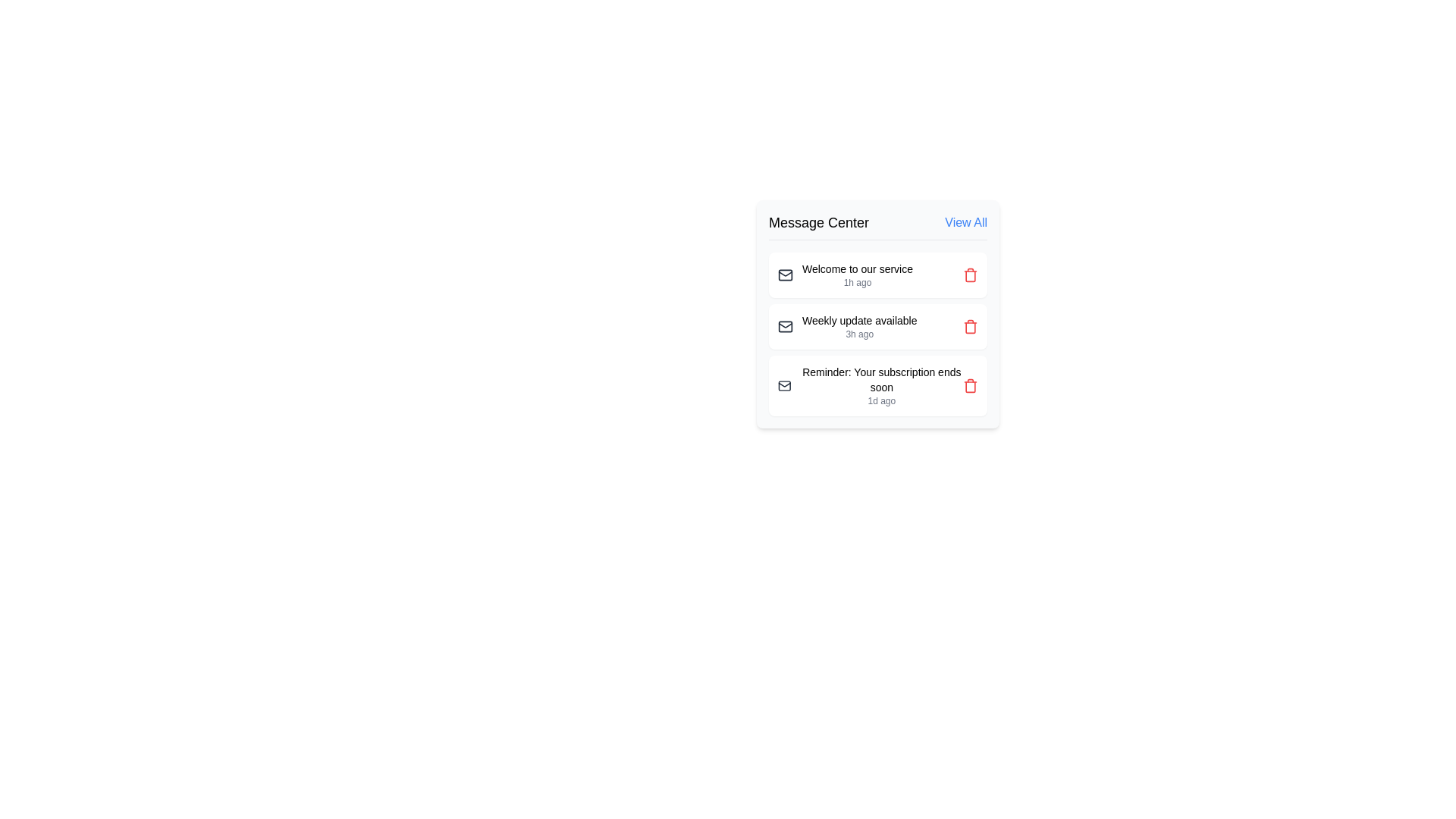 The image size is (1456, 819). I want to click on the main body of the trash can icon, which is part of a red trash icon located next to the text 'Weekly update available' in the second entry of the notification list, so click(971, 327).